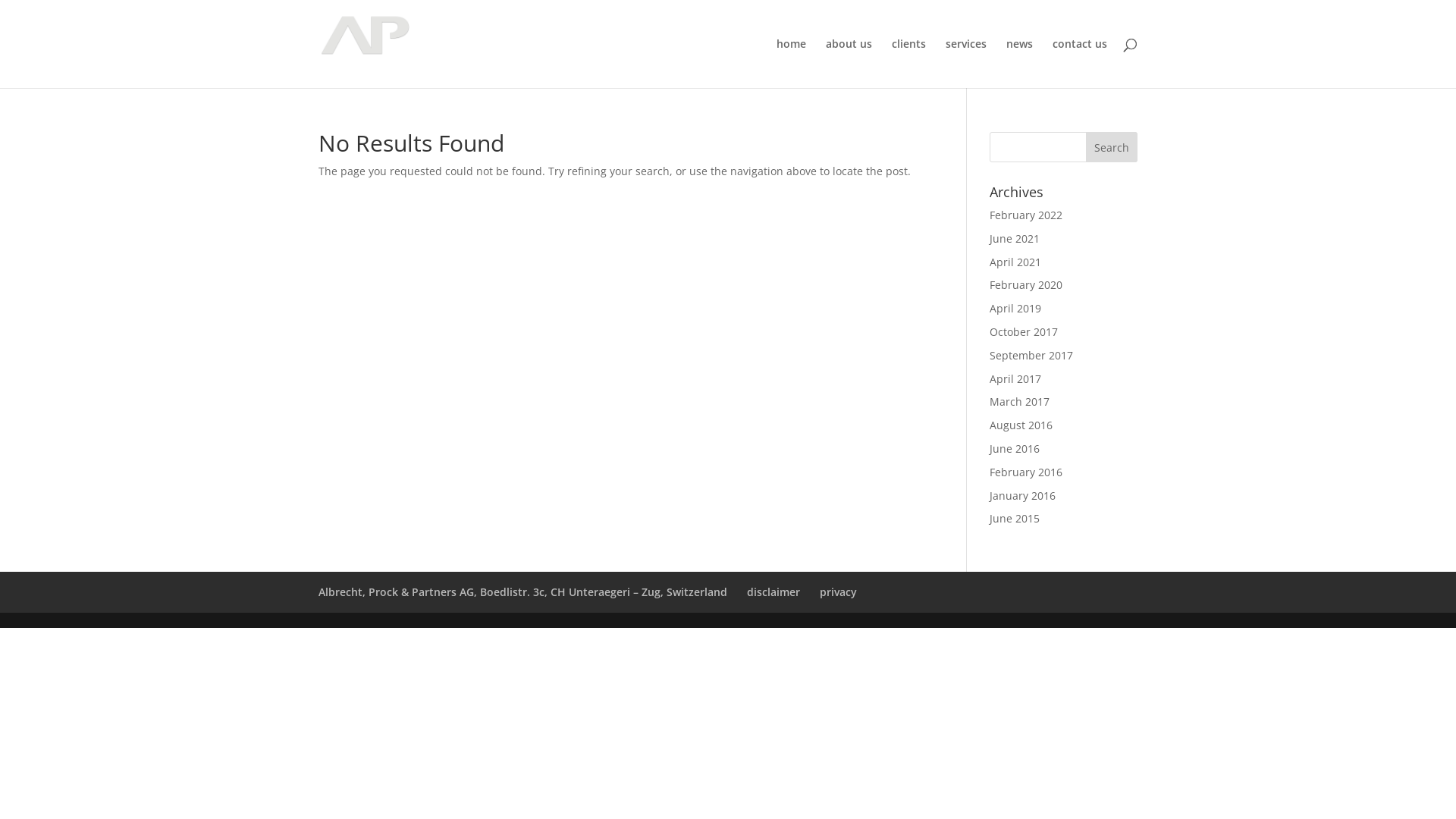  What do you see at coordinates (1015, 261) in the screenshot?
I see `'April 2021'` at bounding box center [1015, 261].